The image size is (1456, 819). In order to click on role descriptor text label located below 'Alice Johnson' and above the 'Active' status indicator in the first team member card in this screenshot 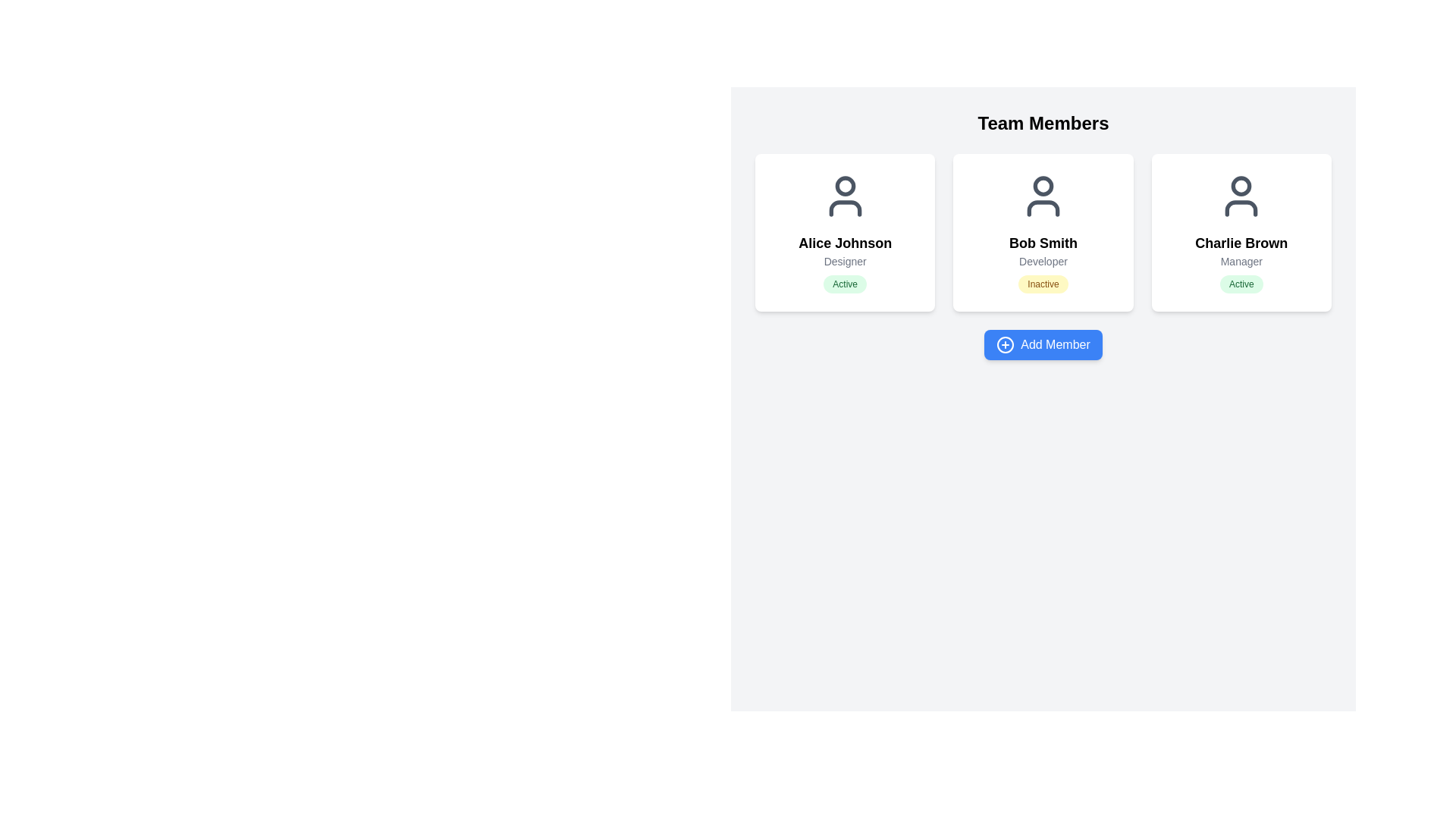, I will do `click(844, 260)`.